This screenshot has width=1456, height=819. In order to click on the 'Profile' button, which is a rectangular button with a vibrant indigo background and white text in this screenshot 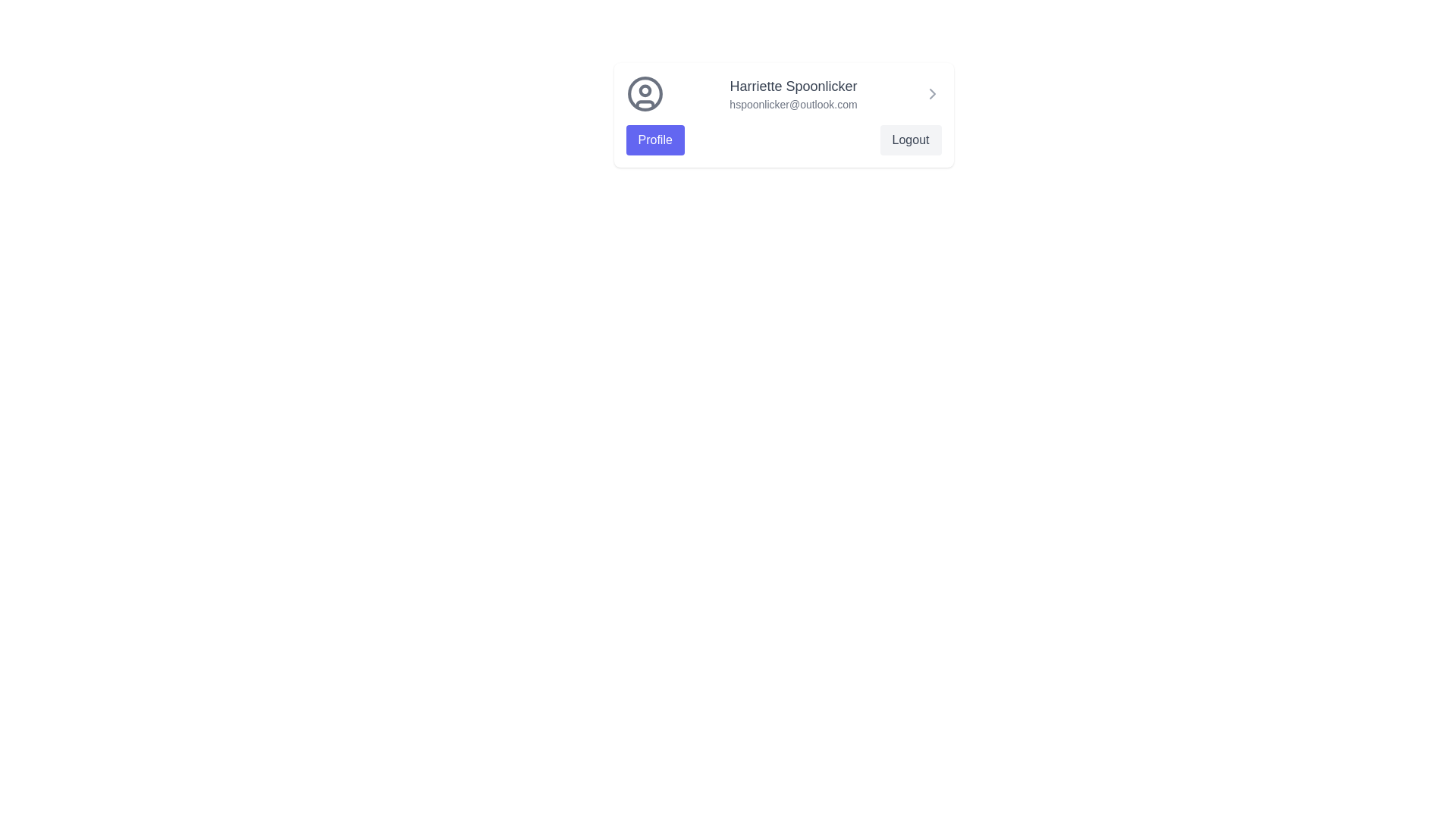, I will do `click(655, 140)`.